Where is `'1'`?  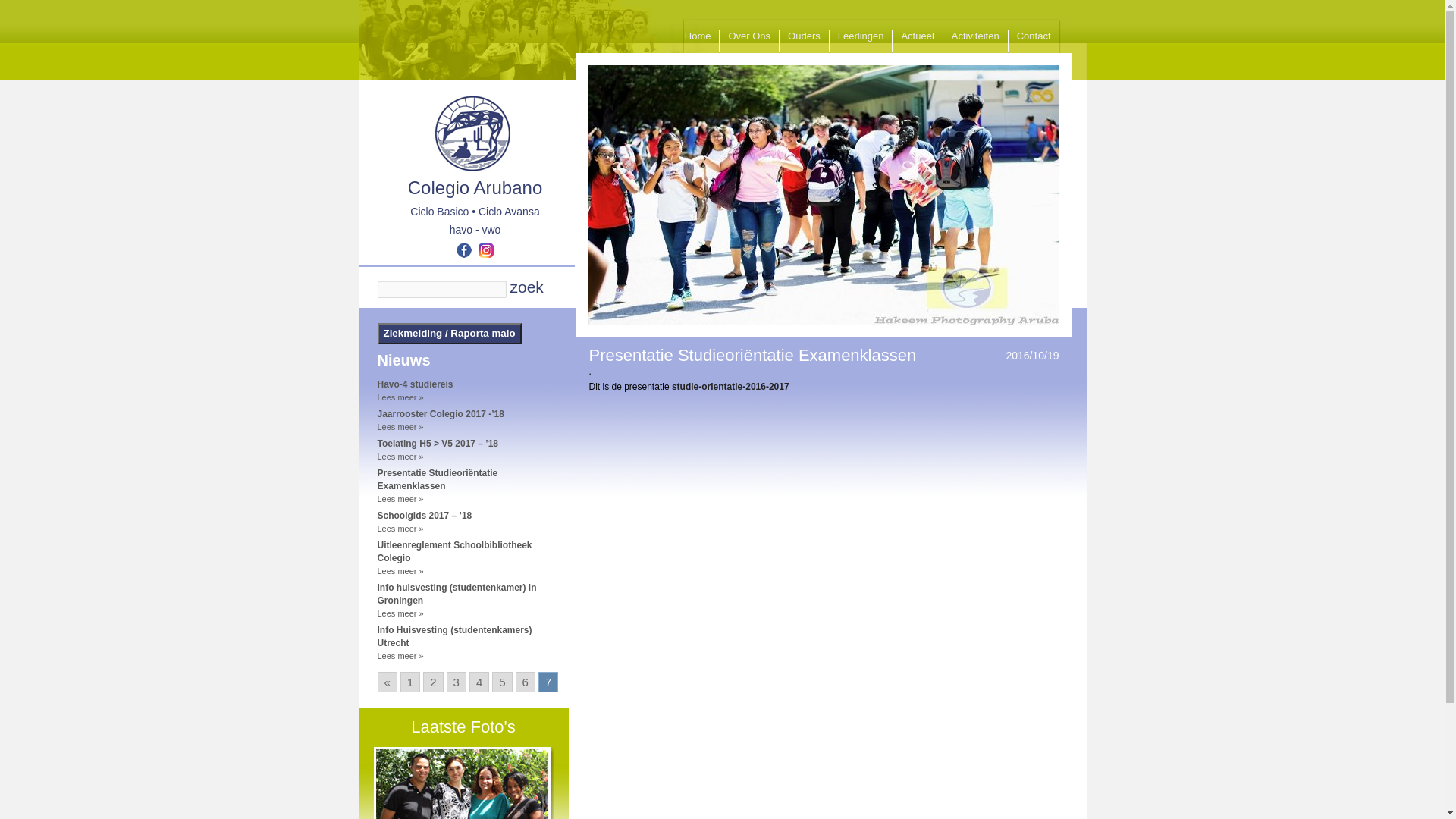 '1' is located at coordinates (410, 681).